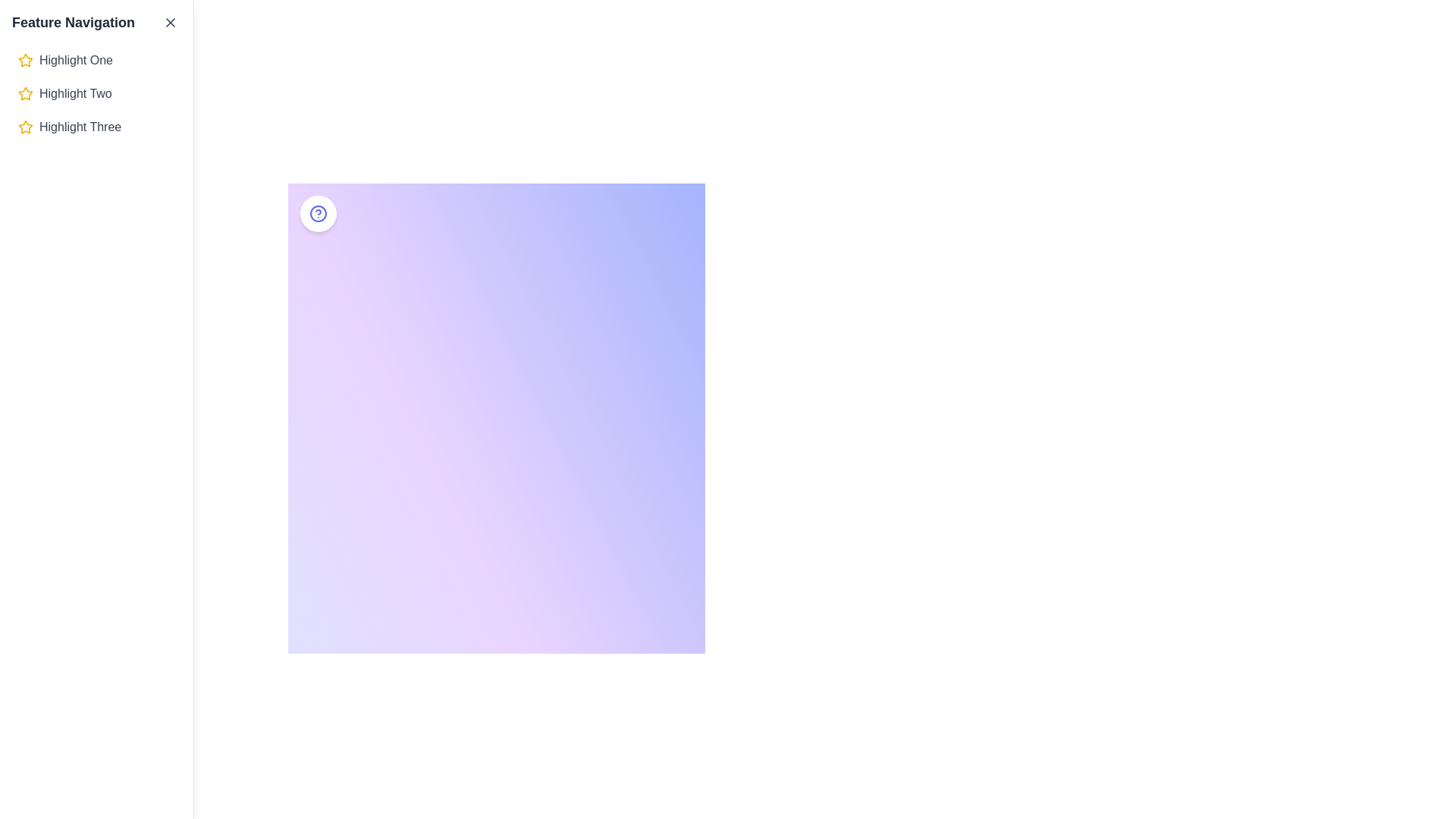 Image resolution: width=1456 pixels, height=819 pixels. I want to click on the selectable navigation option labeled 'Highlight Two', which is the second item in a vertical list within the 'Feature Navigation' sidebar, so click(96, 93).